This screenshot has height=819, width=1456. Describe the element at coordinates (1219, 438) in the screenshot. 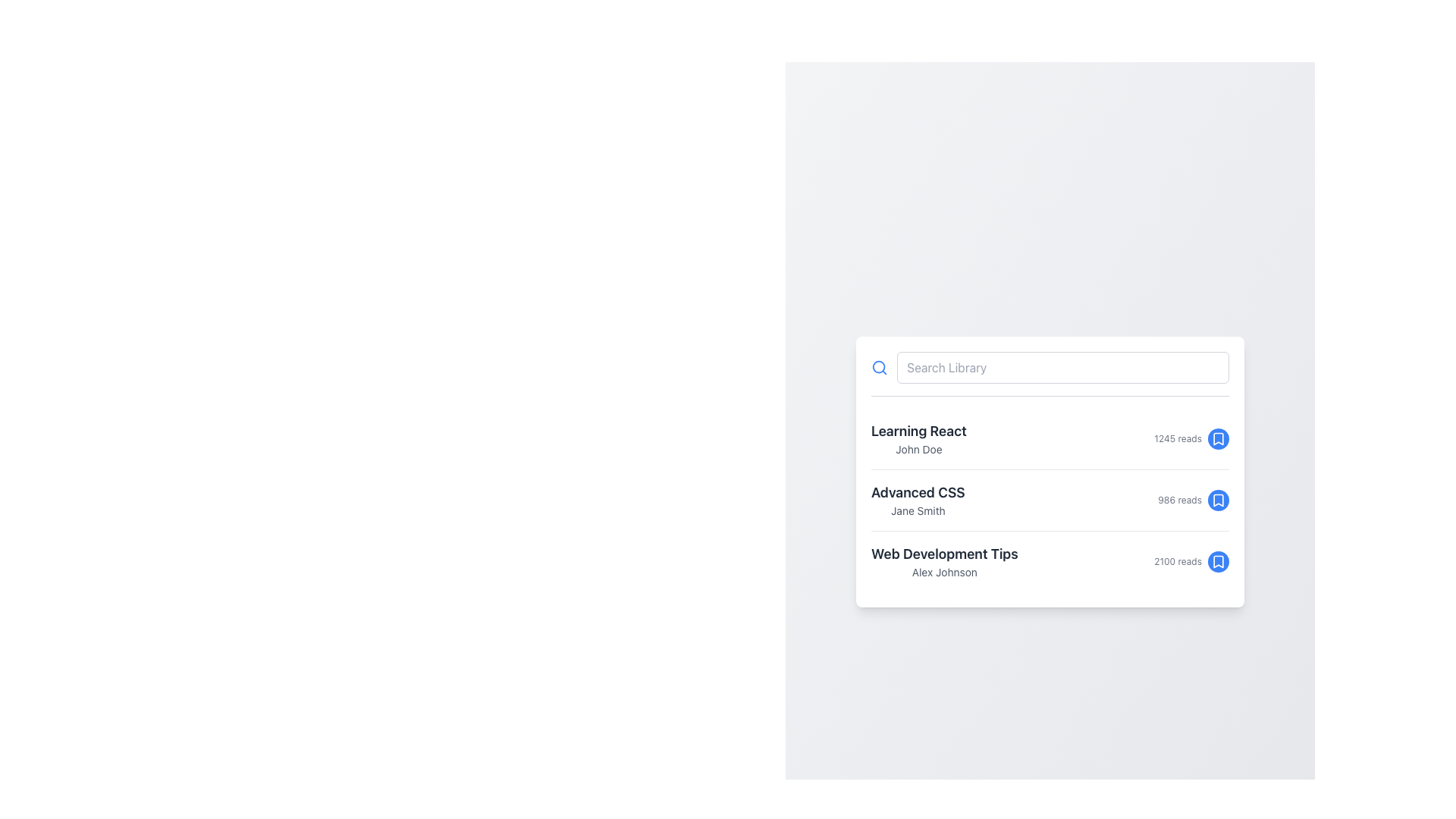

I see `the bookmark toggle button located to the right of the '1245 reads' text in the 'Learning React' entry` at that location.